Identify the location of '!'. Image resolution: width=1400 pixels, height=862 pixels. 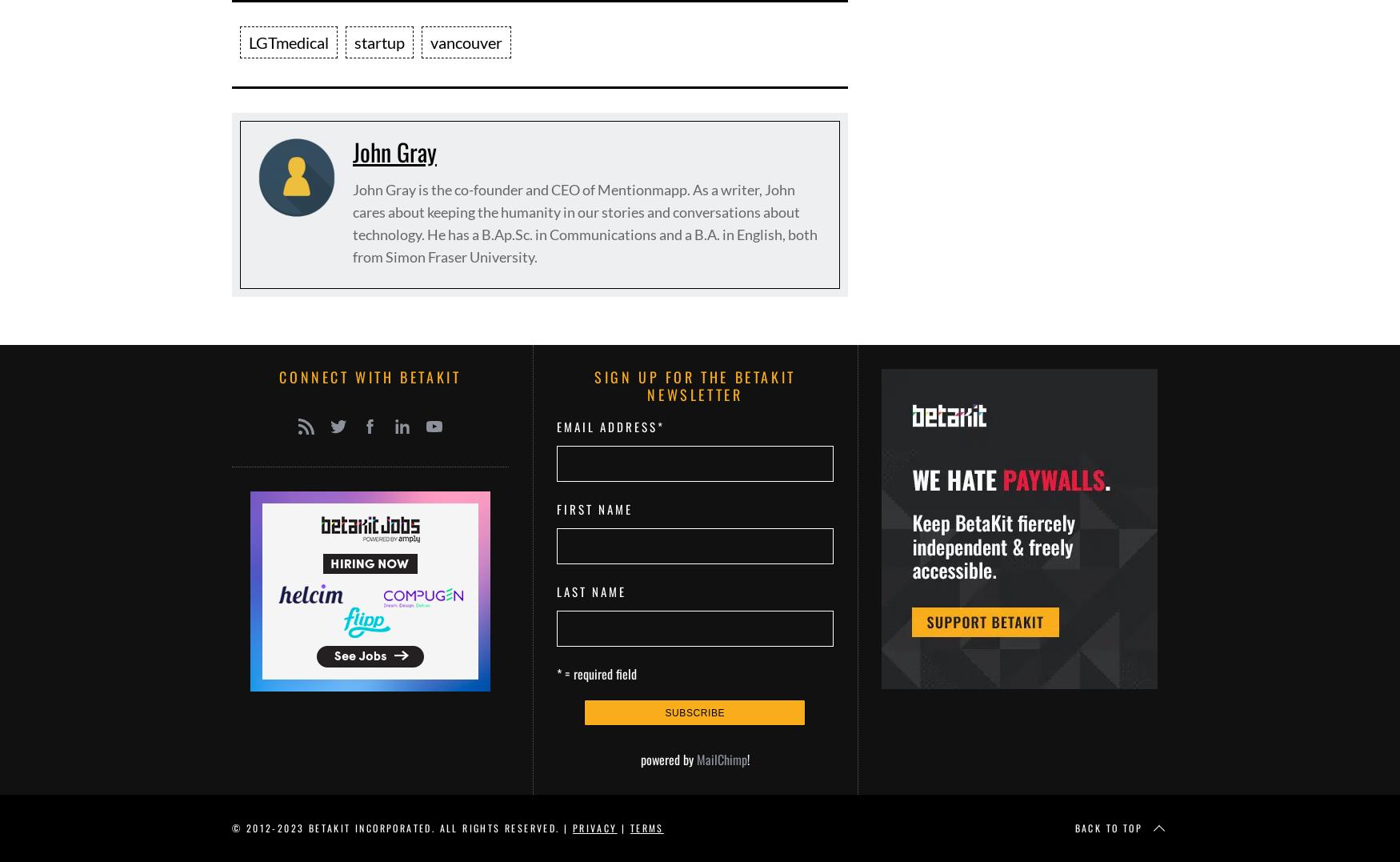
(746, 759).